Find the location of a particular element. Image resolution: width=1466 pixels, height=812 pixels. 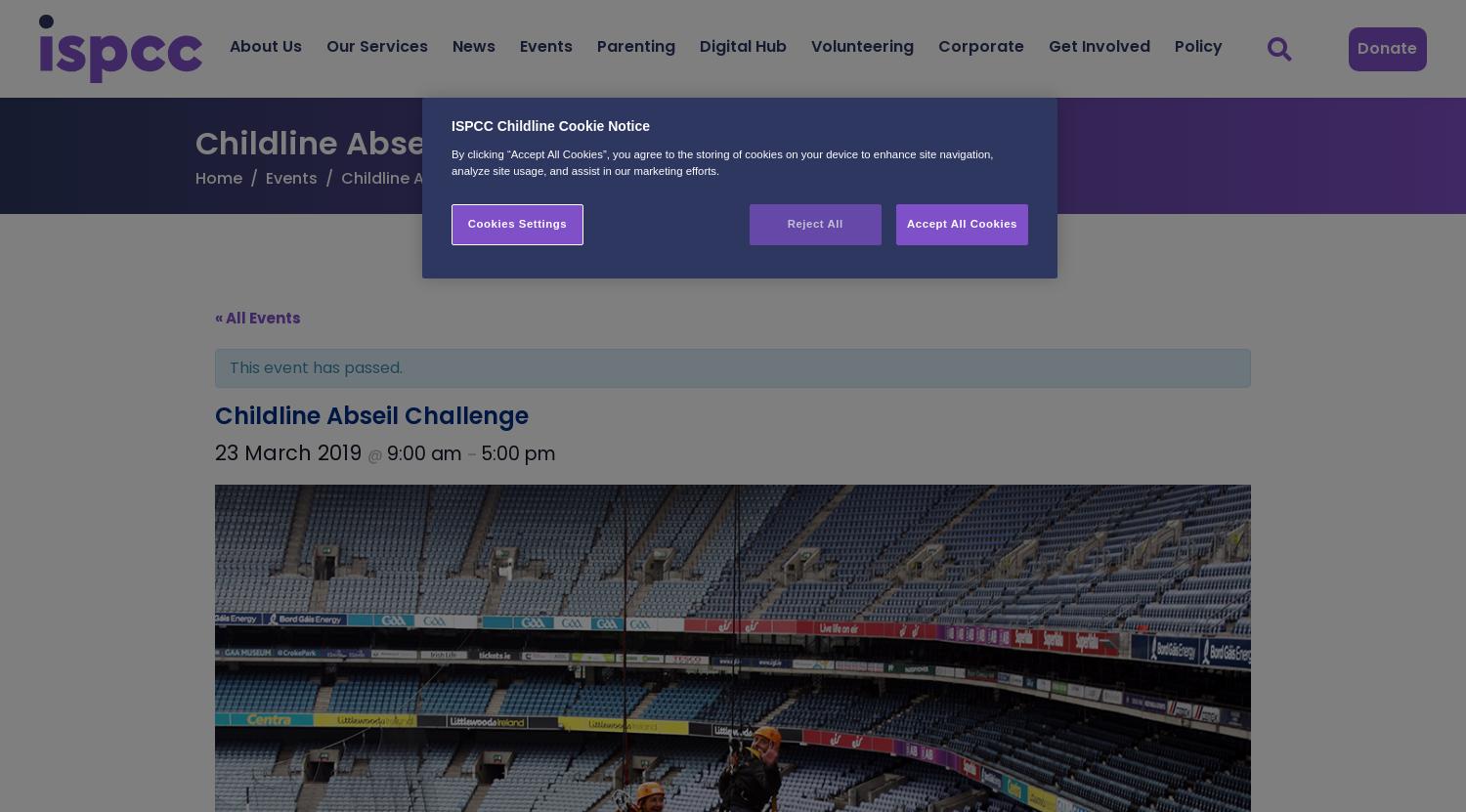

'Donate' is located at coordinates (1387, 47).